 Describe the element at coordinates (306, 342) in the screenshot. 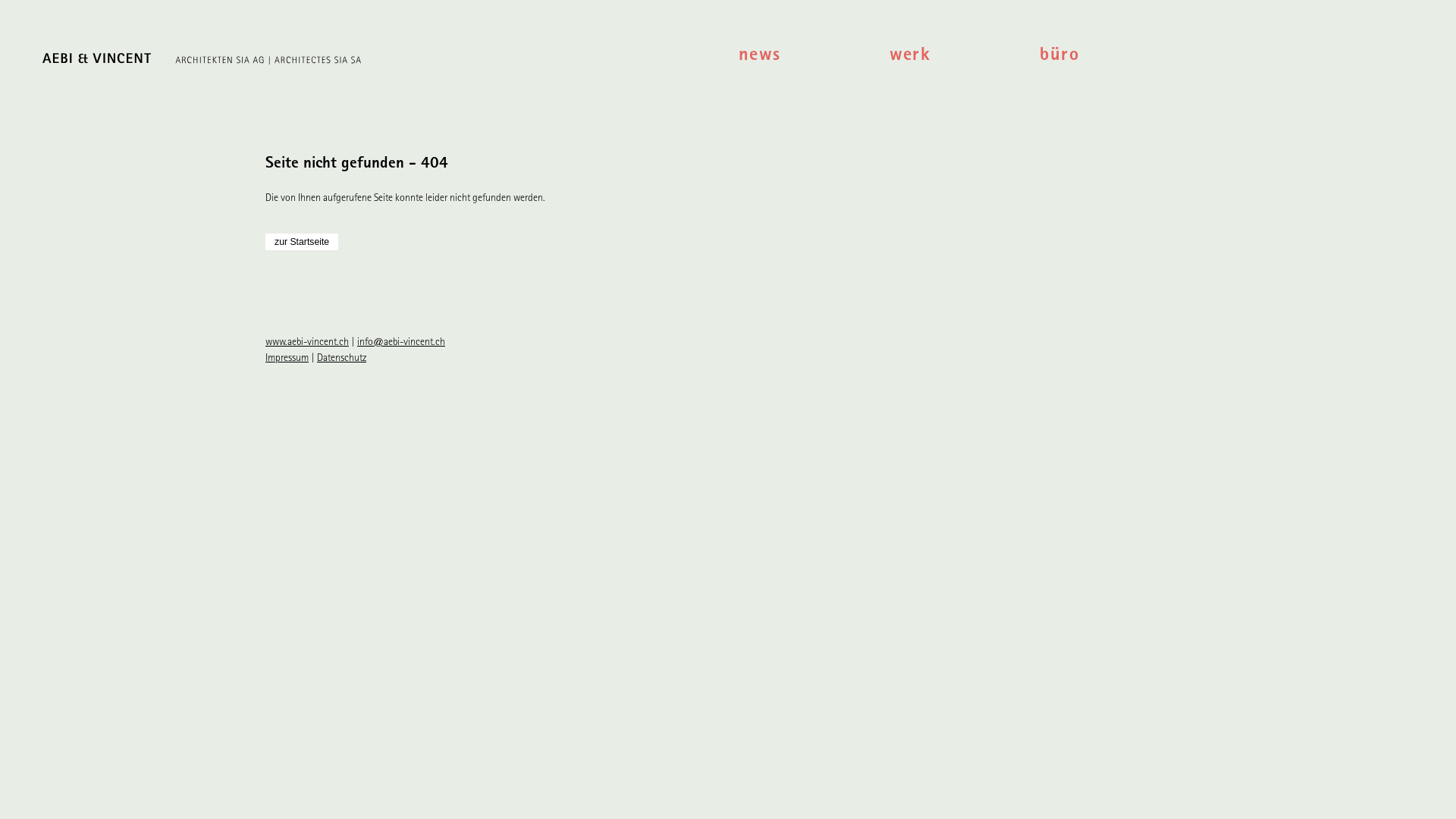

I see `'www.aebi-vincent.ch'` at that location.